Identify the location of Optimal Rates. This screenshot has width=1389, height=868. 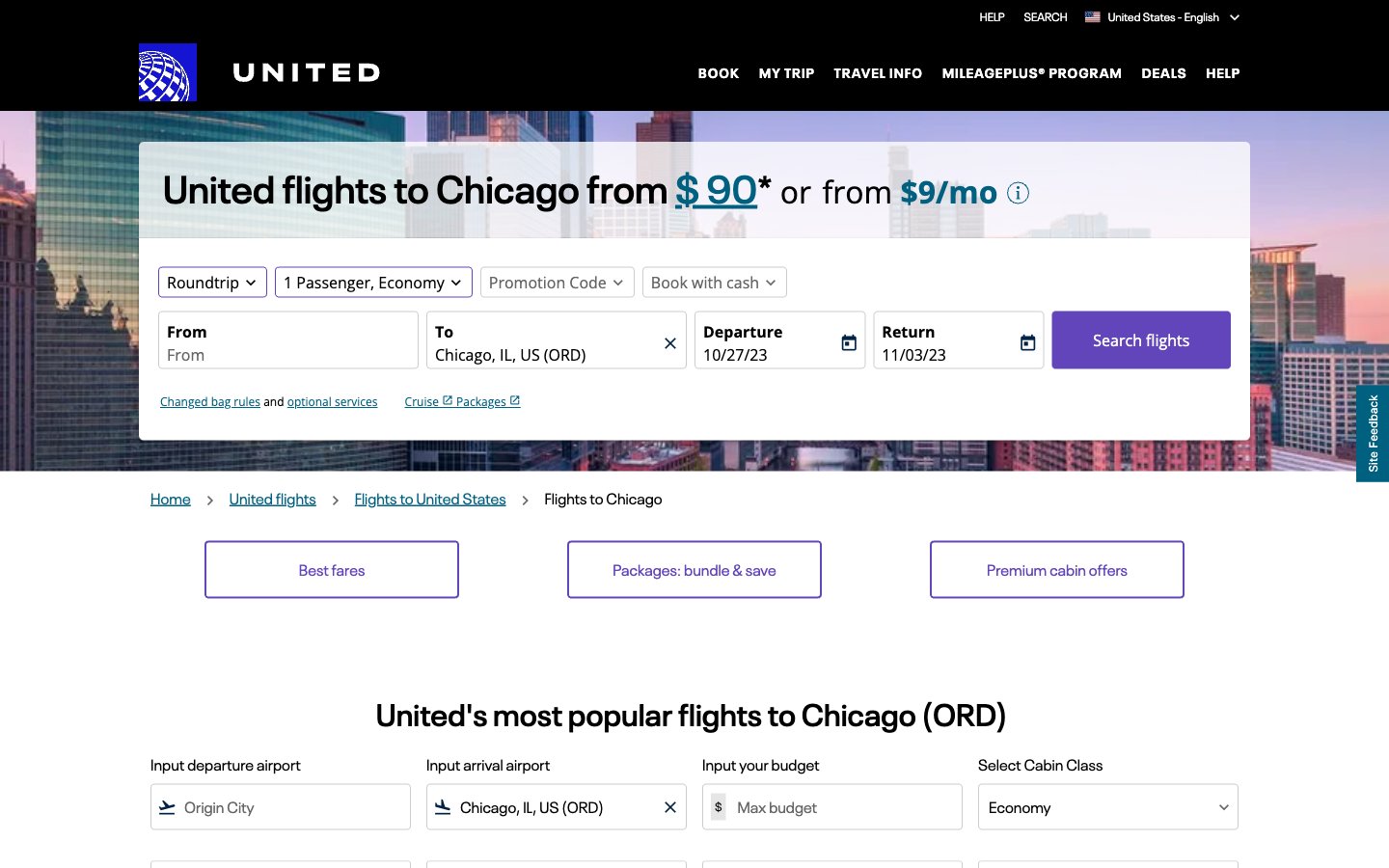
(332, 569).